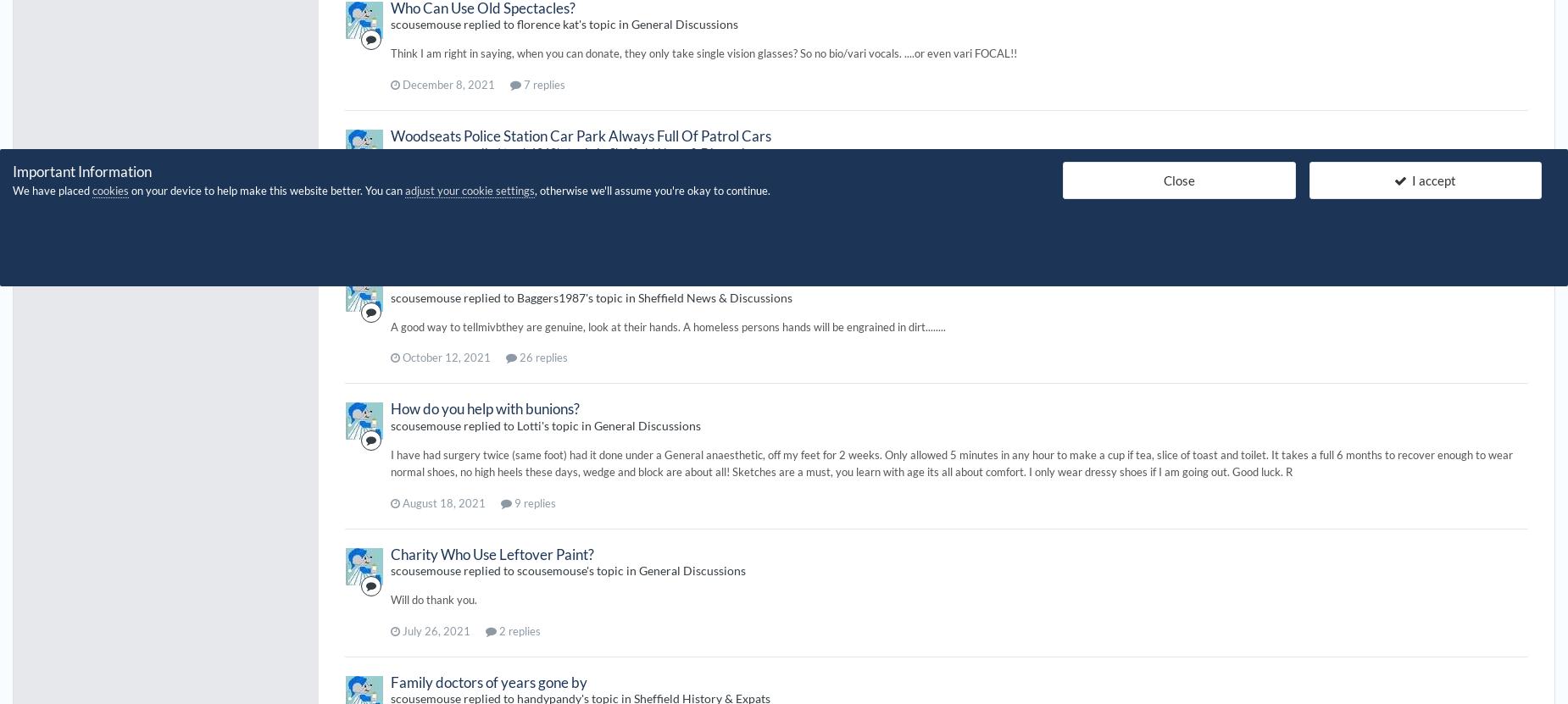 The image size is (1568, 704). I want to click on 'Will do thank you.', so click(390, 599).